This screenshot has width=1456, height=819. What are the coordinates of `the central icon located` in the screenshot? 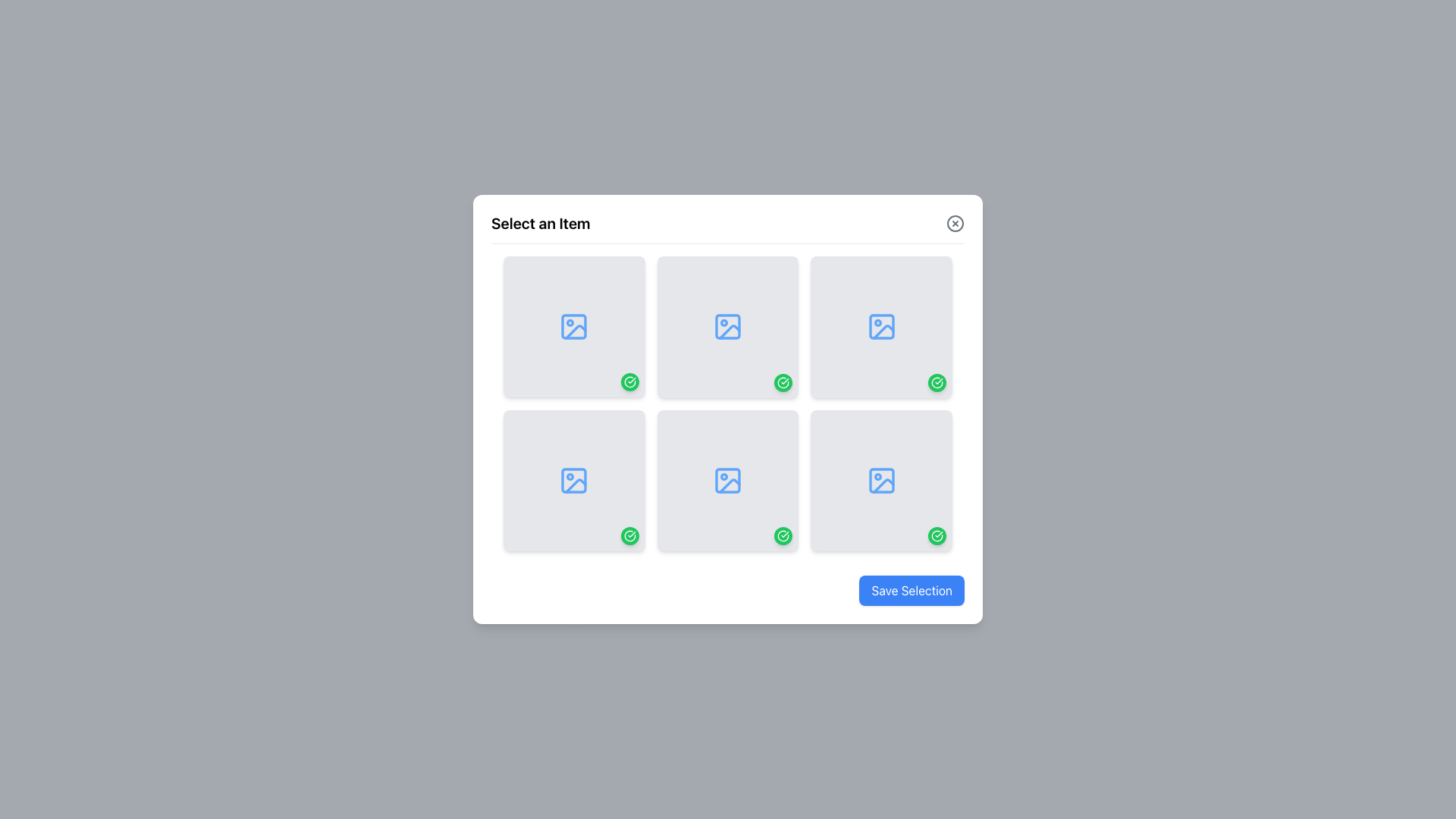 It's located at (728, 480).